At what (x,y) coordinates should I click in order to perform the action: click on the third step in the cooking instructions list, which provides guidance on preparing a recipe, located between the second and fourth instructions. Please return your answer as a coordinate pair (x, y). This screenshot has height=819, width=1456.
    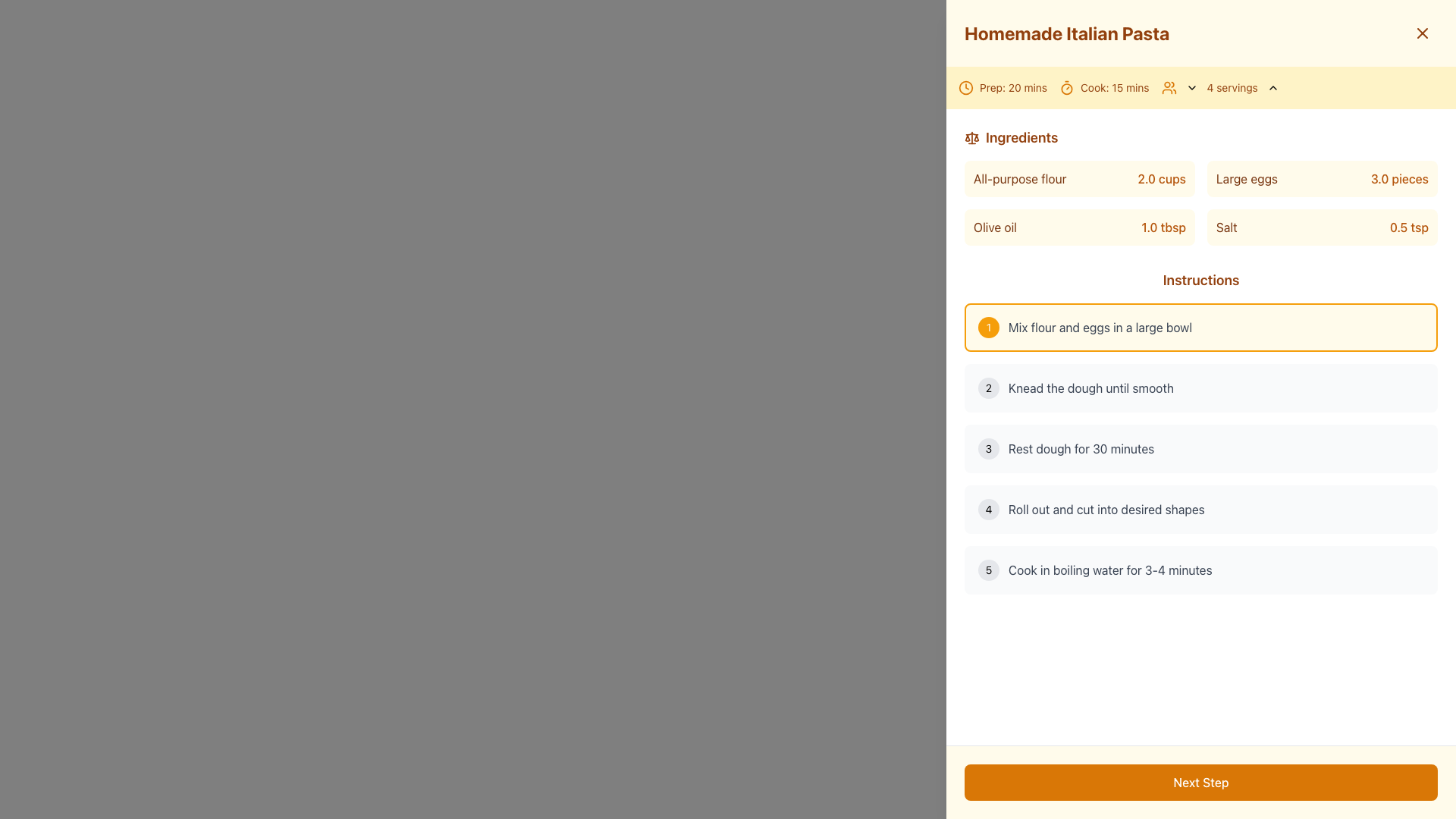
    Looking at the image, I should click on (1200, 447).